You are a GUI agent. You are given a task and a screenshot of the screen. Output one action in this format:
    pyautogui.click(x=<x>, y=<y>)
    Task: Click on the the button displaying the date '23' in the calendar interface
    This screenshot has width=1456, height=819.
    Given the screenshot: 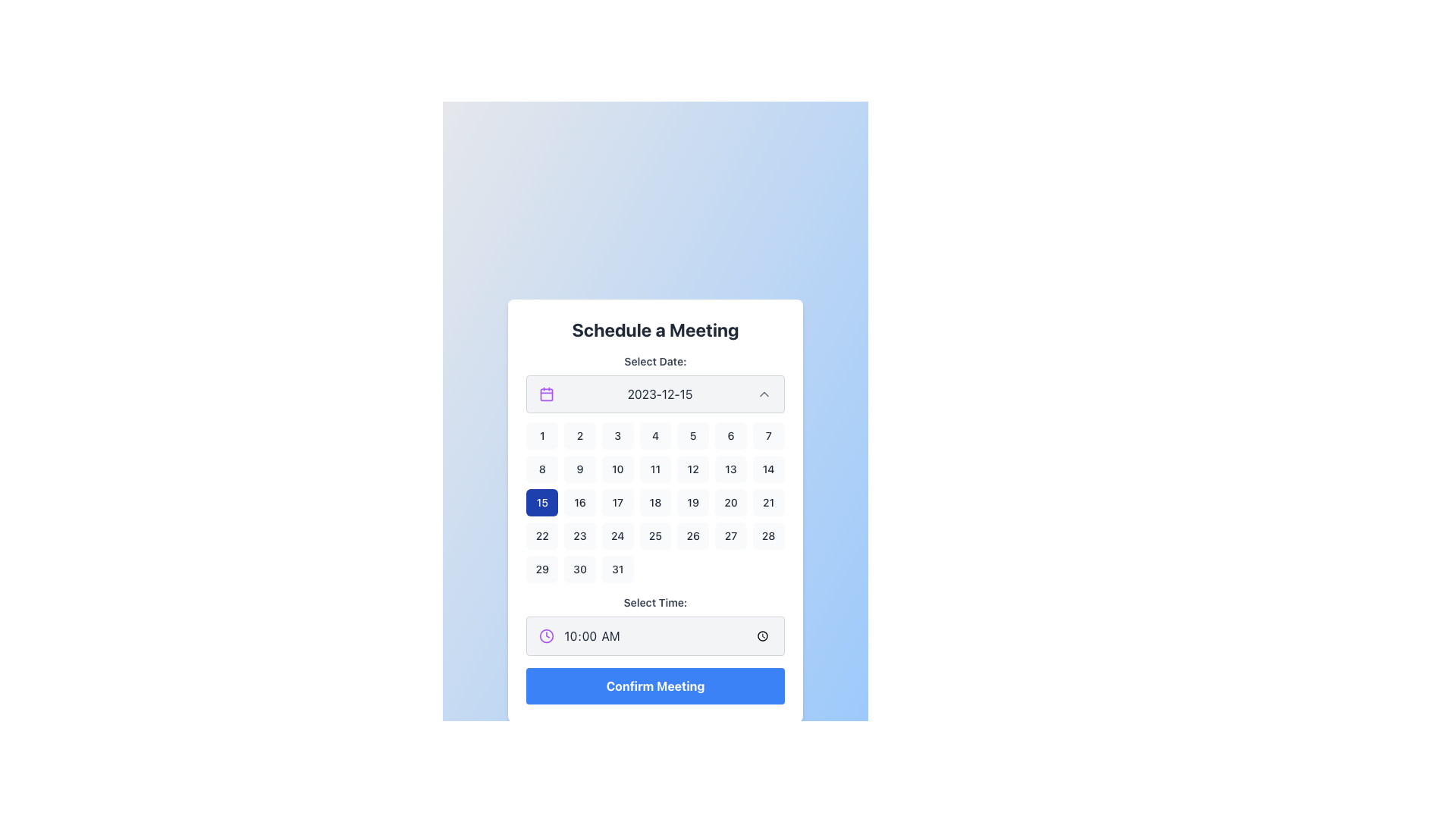 What is the action you would take?
    pyautogui.click(x=579, y=535)
    